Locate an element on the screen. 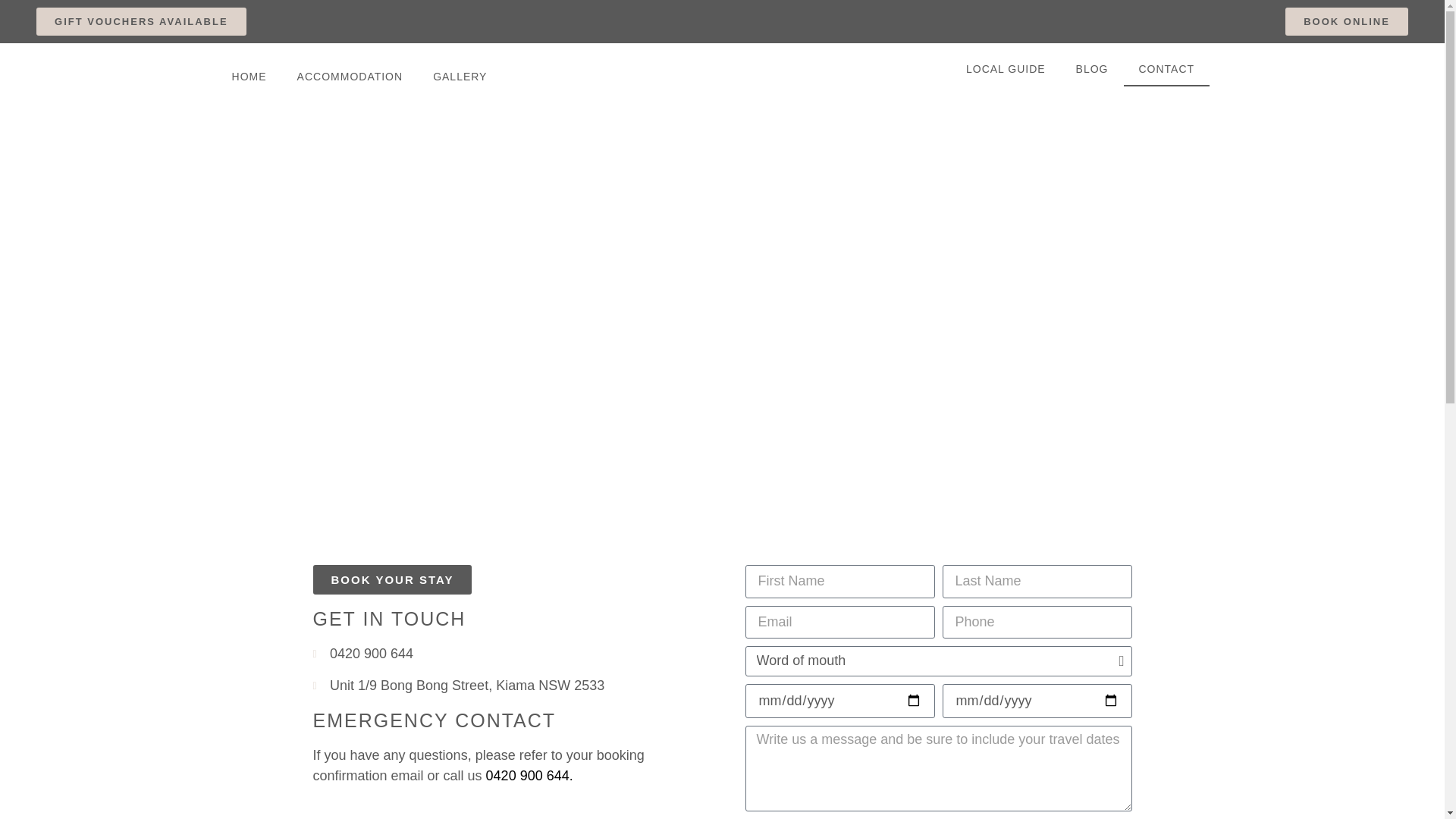  'ACCOMMODATION' is located at coordinates (349, 76).